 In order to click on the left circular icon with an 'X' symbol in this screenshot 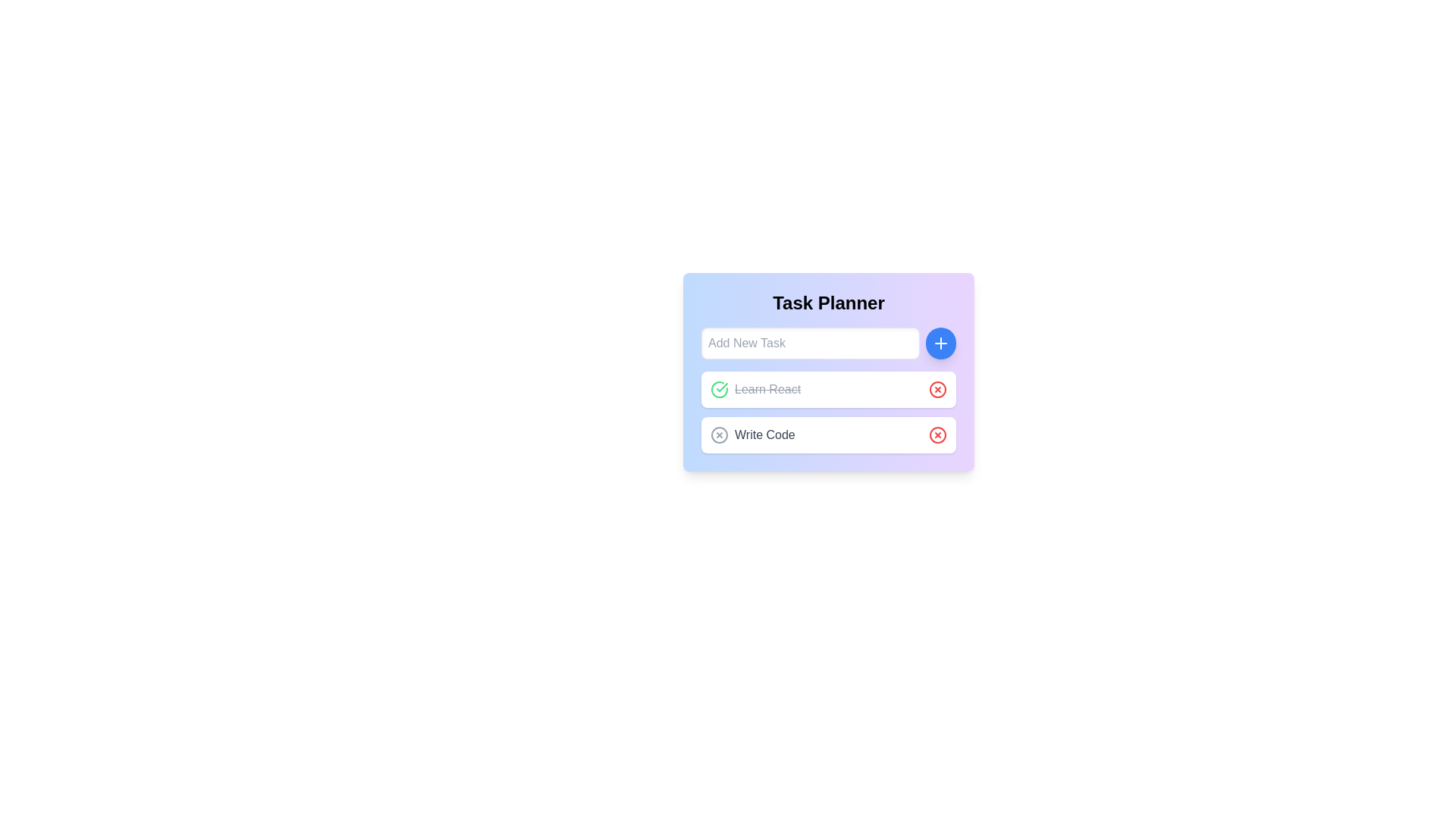, I will do `click(752, 435)`.